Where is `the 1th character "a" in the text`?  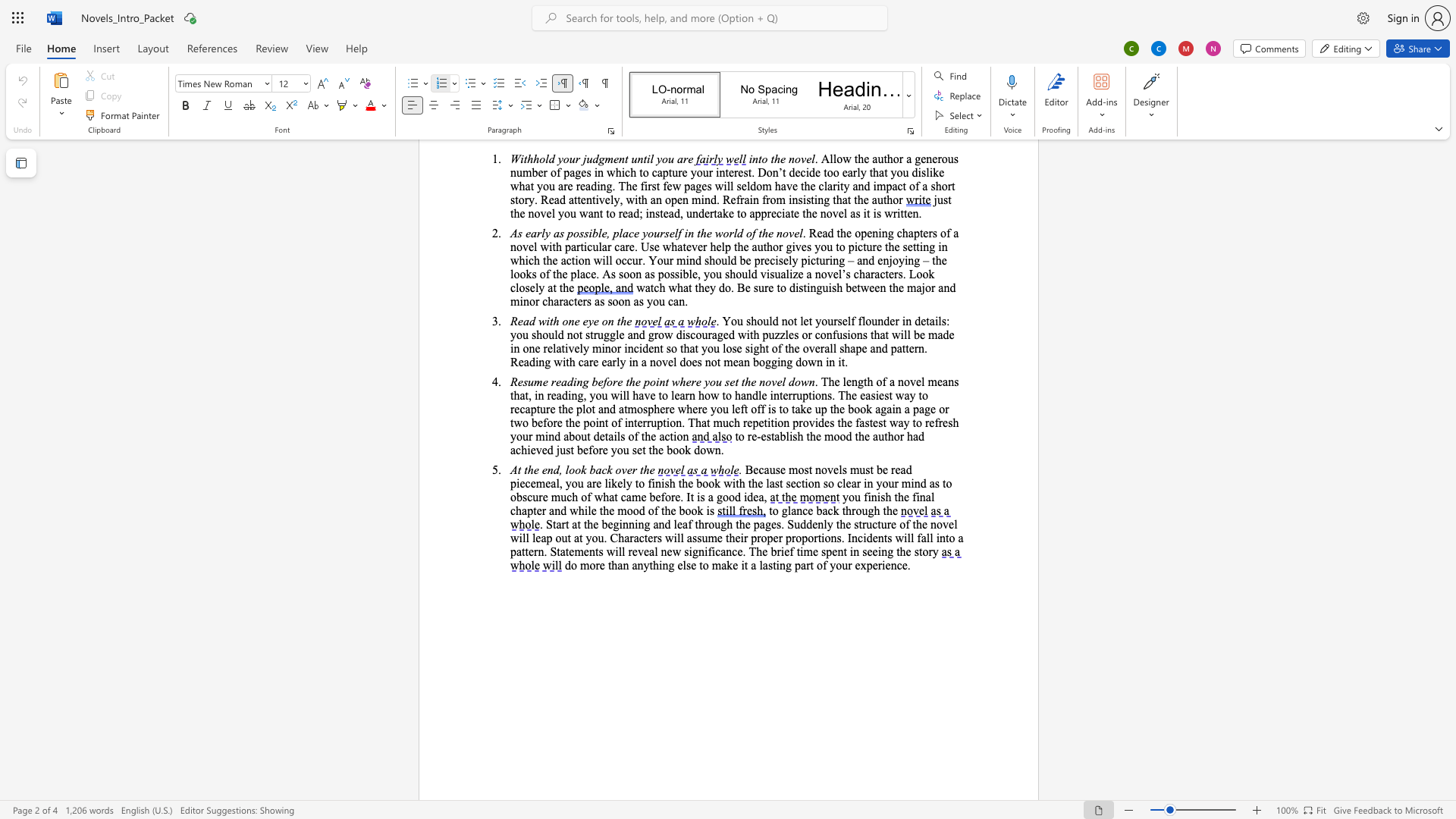 the 1th character "a" in the text is located at coordinates (777, 436).